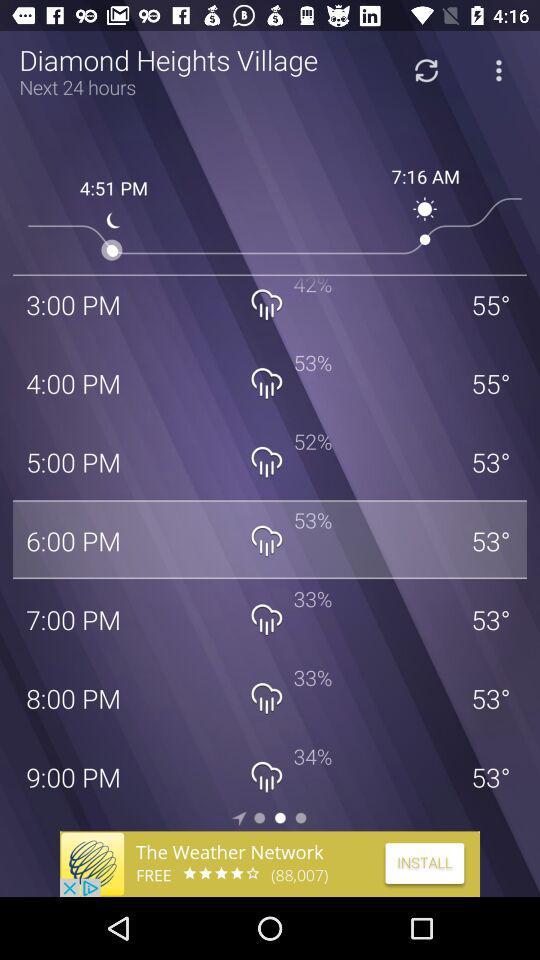 The width and height of the screenshot is (540, 960). What do you see at coordinates (425, 70) in the screenshot?
I see `the refresh icon` at bounding box center [425, 70].